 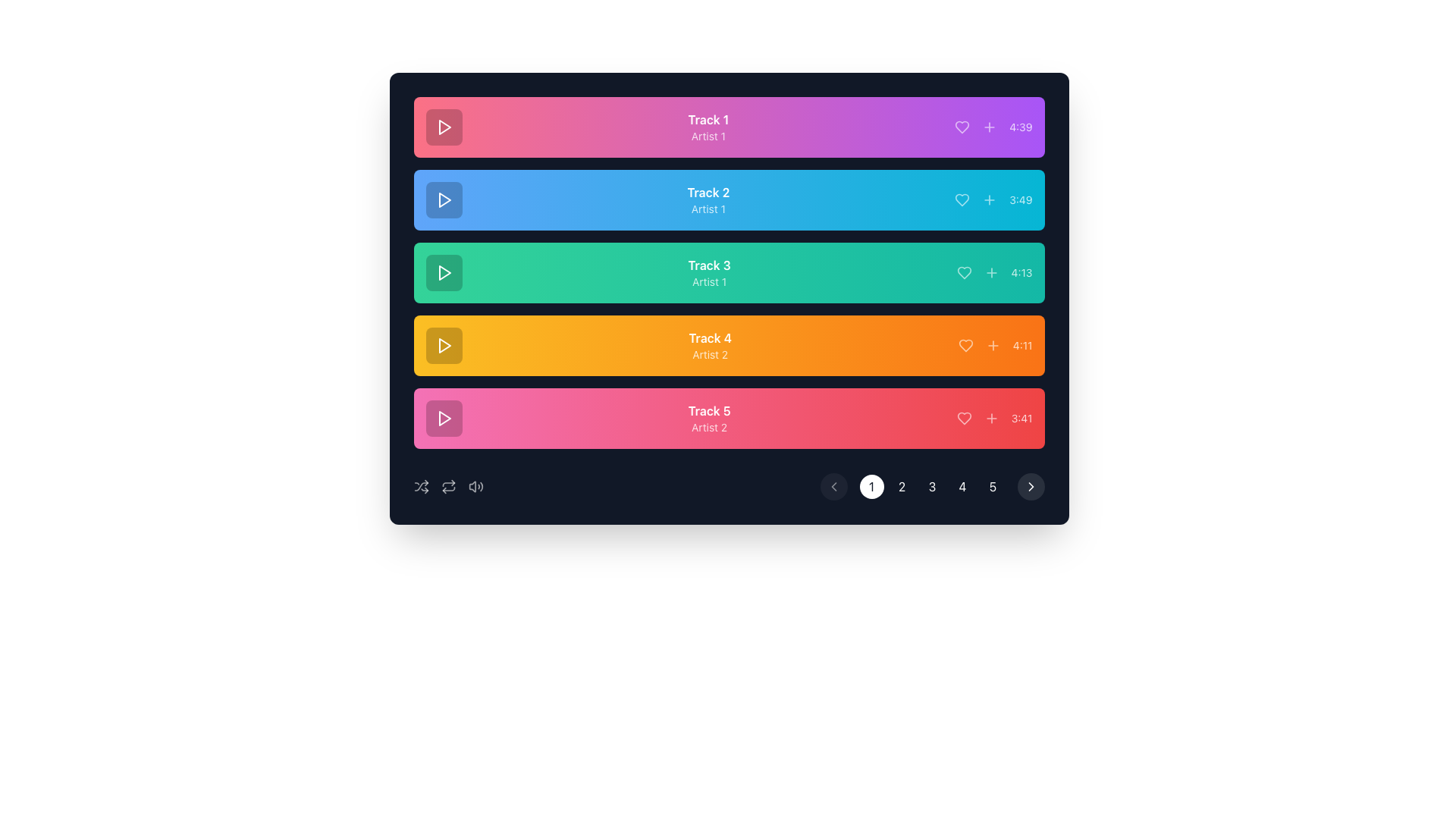 What do you see at coordinates (965, 345) in the screenshot?
I see `the 'like' or 'favorite' icon located in the fourth orange song list item, positioned immediately before the '+' button and after the song duration, to mark the track as favorite` at bounding box center [965, 345].